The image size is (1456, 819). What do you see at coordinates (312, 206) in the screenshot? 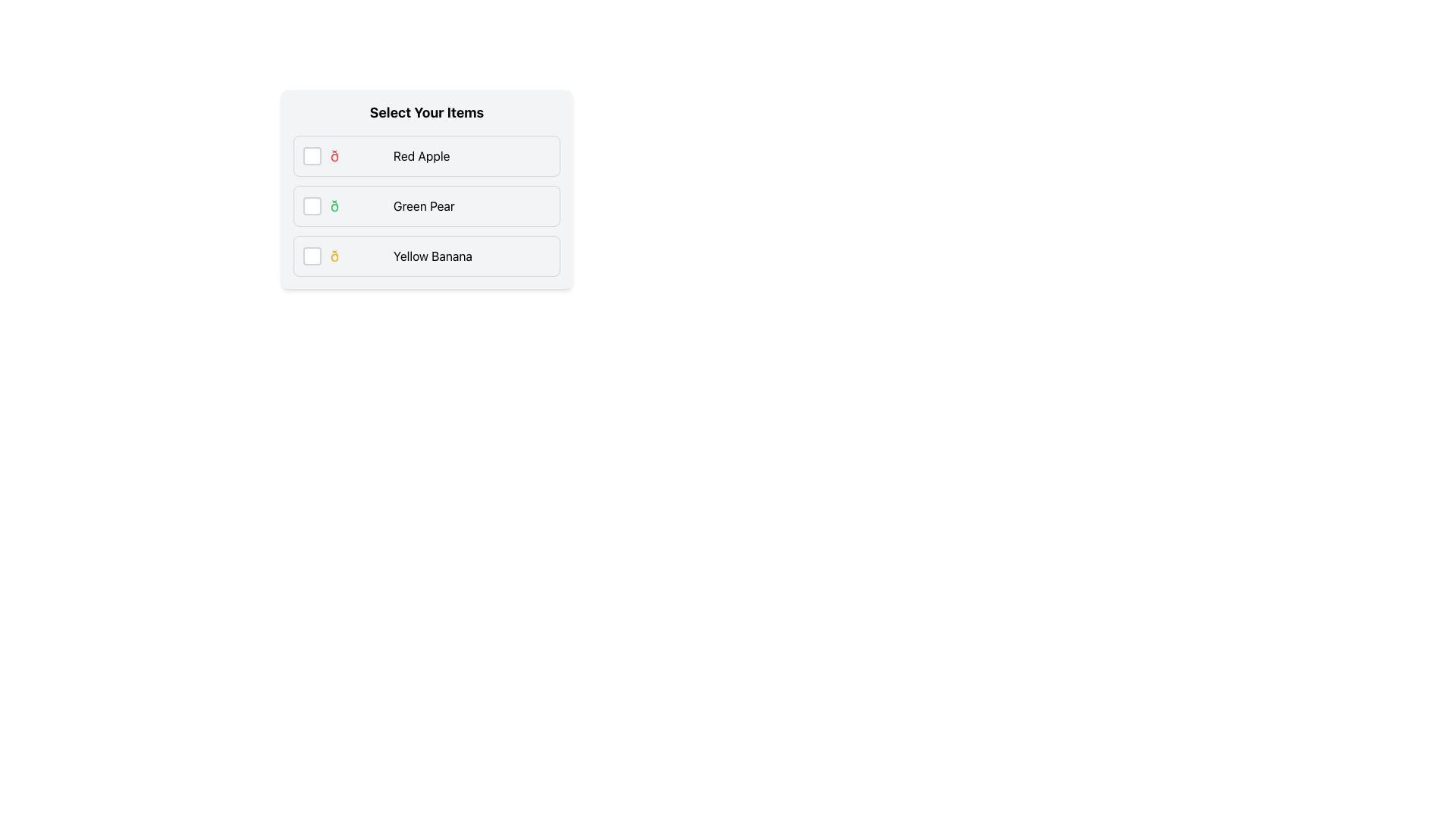
I see `the checkbox element located to the far left of the 'Green Pear' label and emoji icon` at bounding box center [312, 206].